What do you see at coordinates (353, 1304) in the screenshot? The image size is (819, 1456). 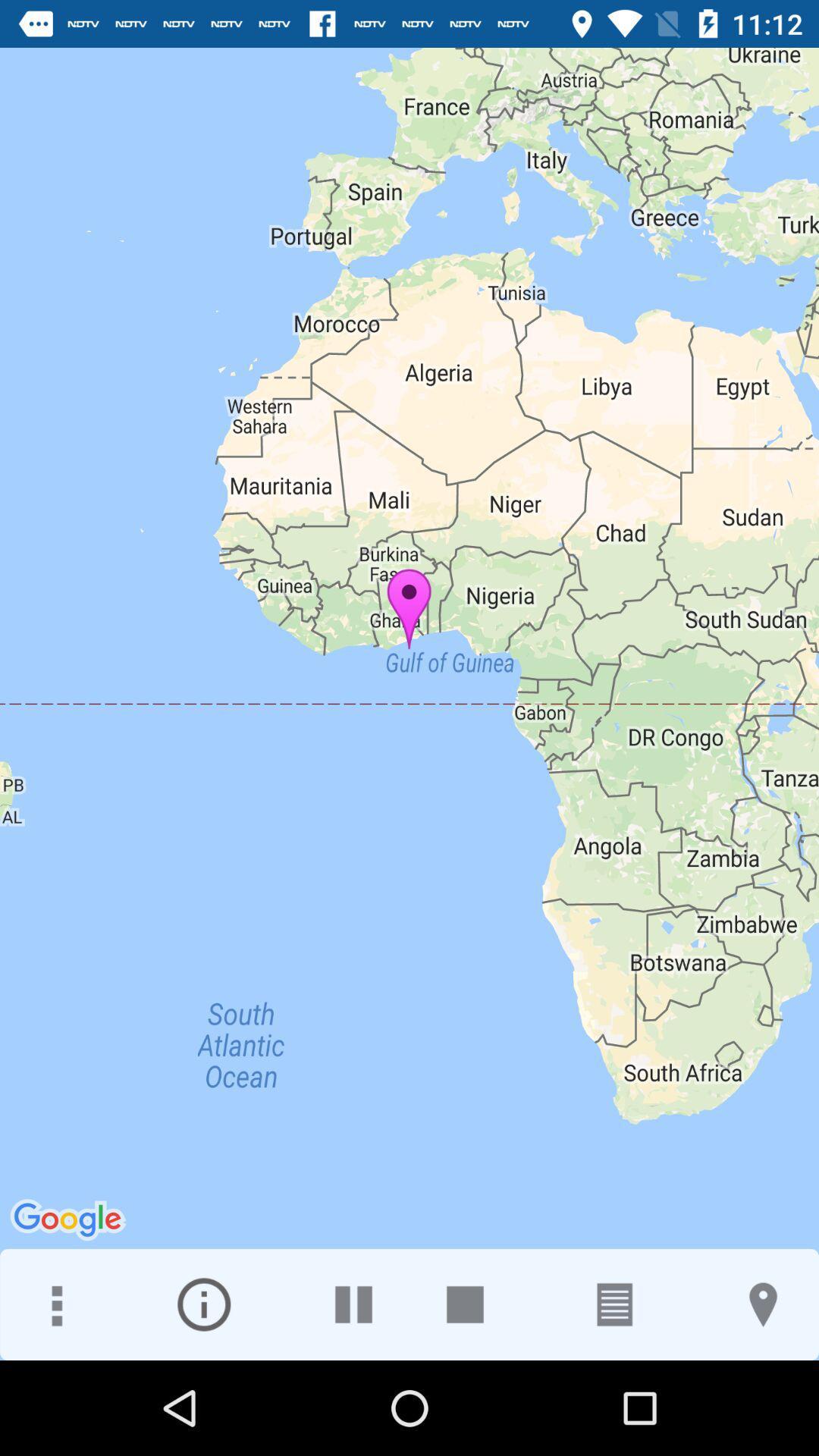 I see `the pause icon` at bounding box center [353, 1304].